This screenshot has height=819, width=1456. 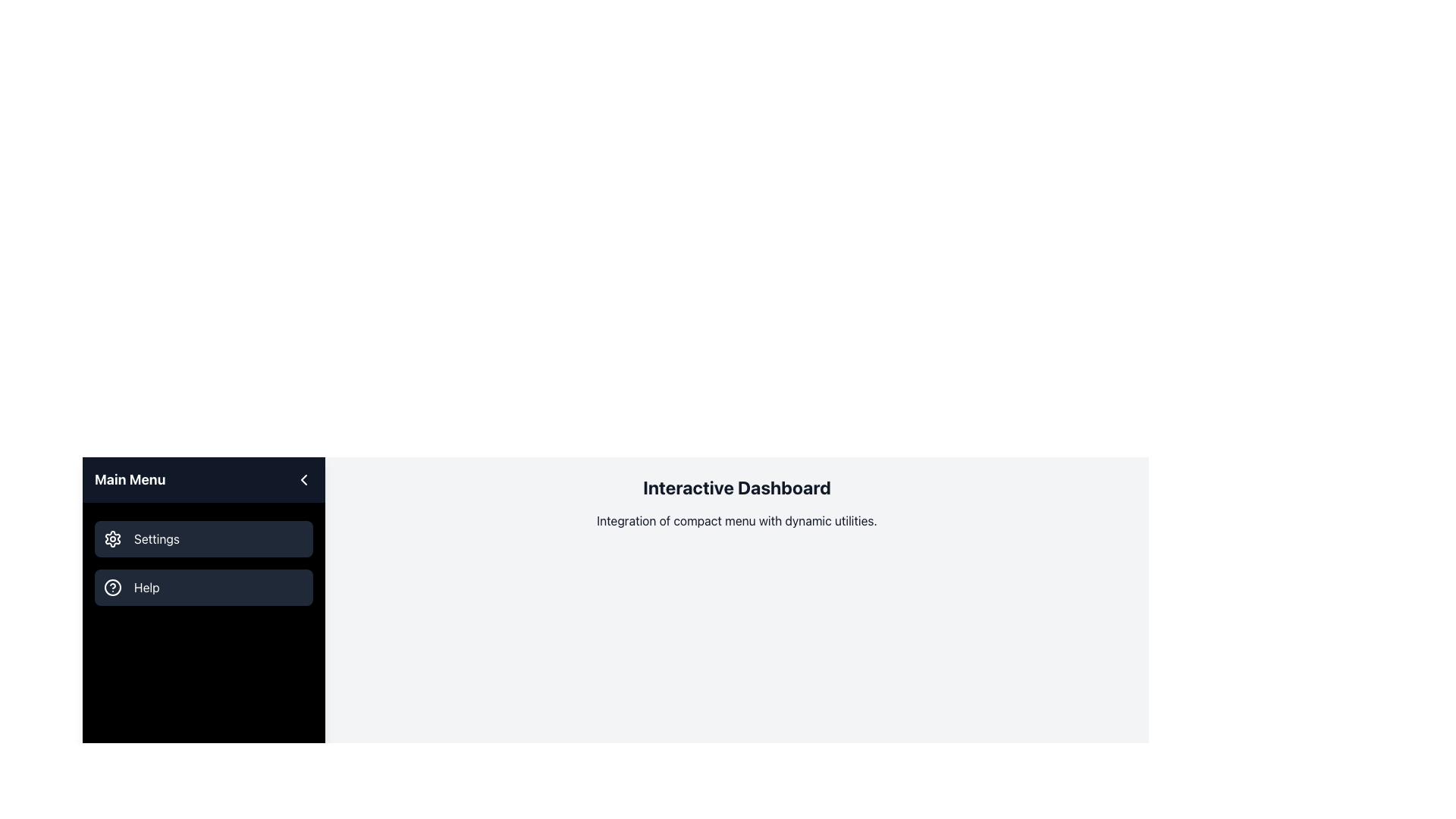 I want to click on the left chevron icon button located in the top-left segment of the interface, so click(x=303, y=479).